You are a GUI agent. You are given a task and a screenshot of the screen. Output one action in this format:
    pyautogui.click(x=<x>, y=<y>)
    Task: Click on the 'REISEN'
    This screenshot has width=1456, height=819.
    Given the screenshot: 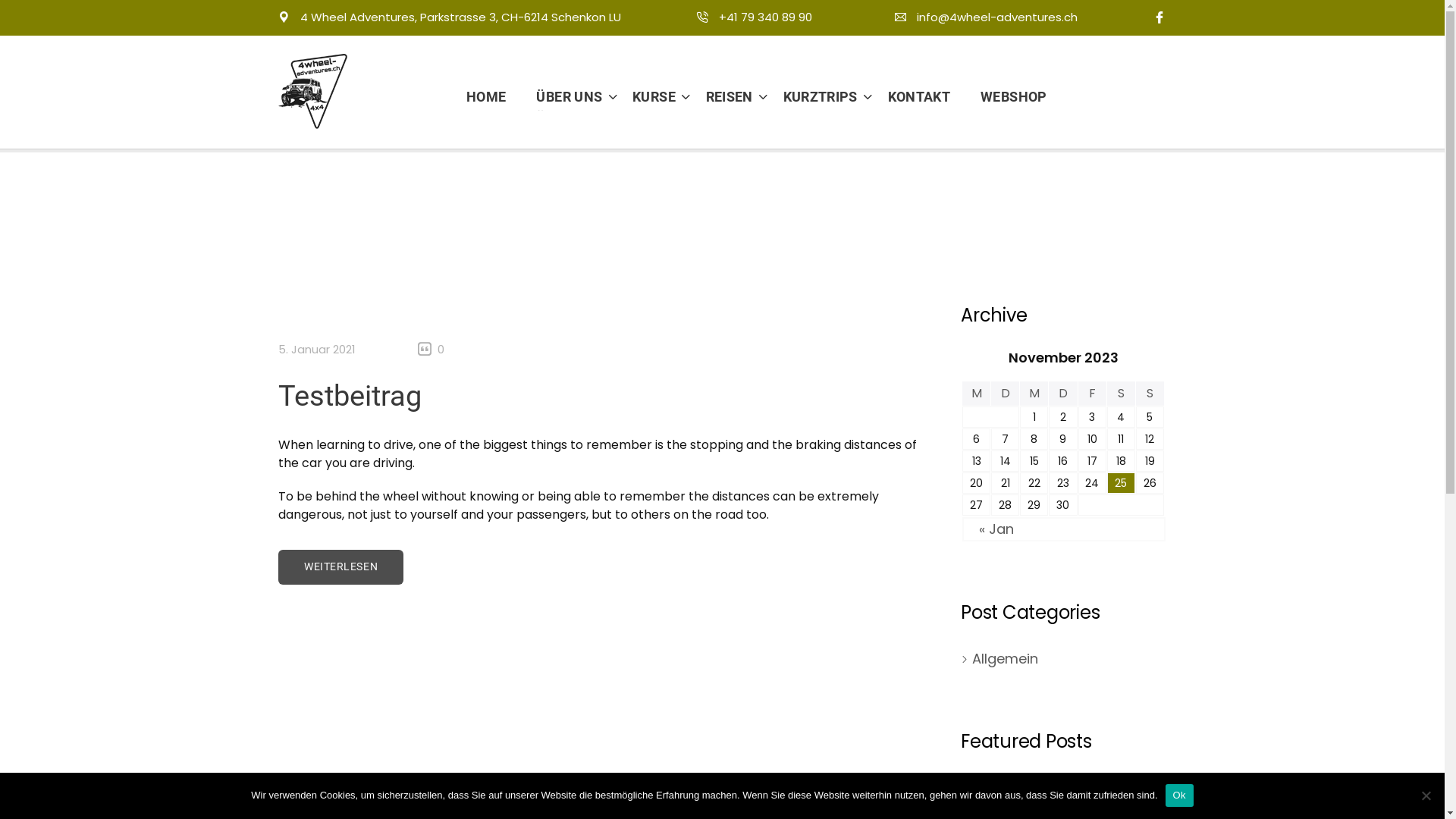 What is the action you would take?
    pyautogui.click(x=723, y=96)
    